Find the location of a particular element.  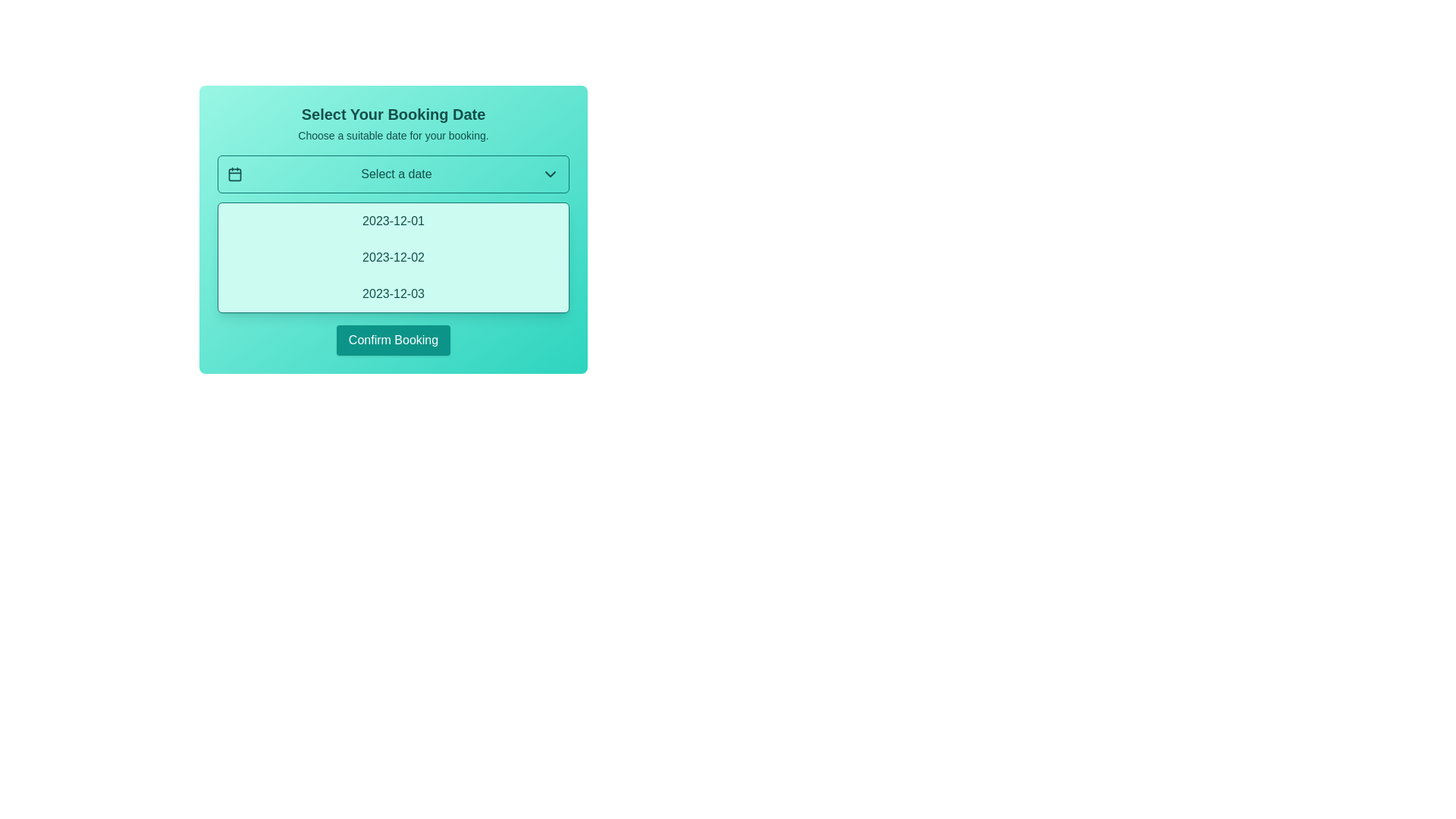

the Dropdown Button labeled 'Select a date' is located at coordinates (393, 174).